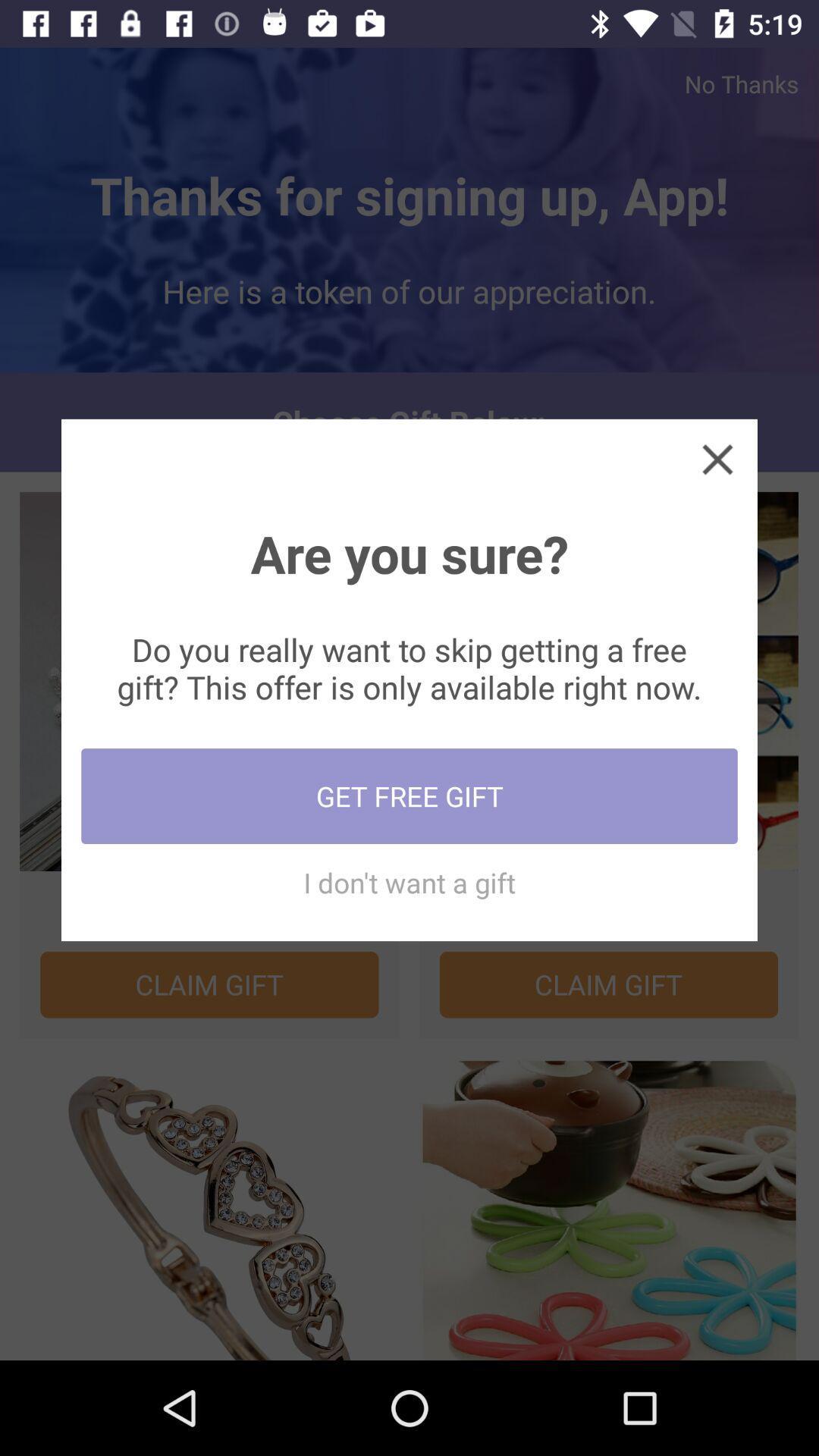 The image size is (819, 1456). Describe the element at coordinates (409, 882) in the screenshot. I see `i don t` at that location.